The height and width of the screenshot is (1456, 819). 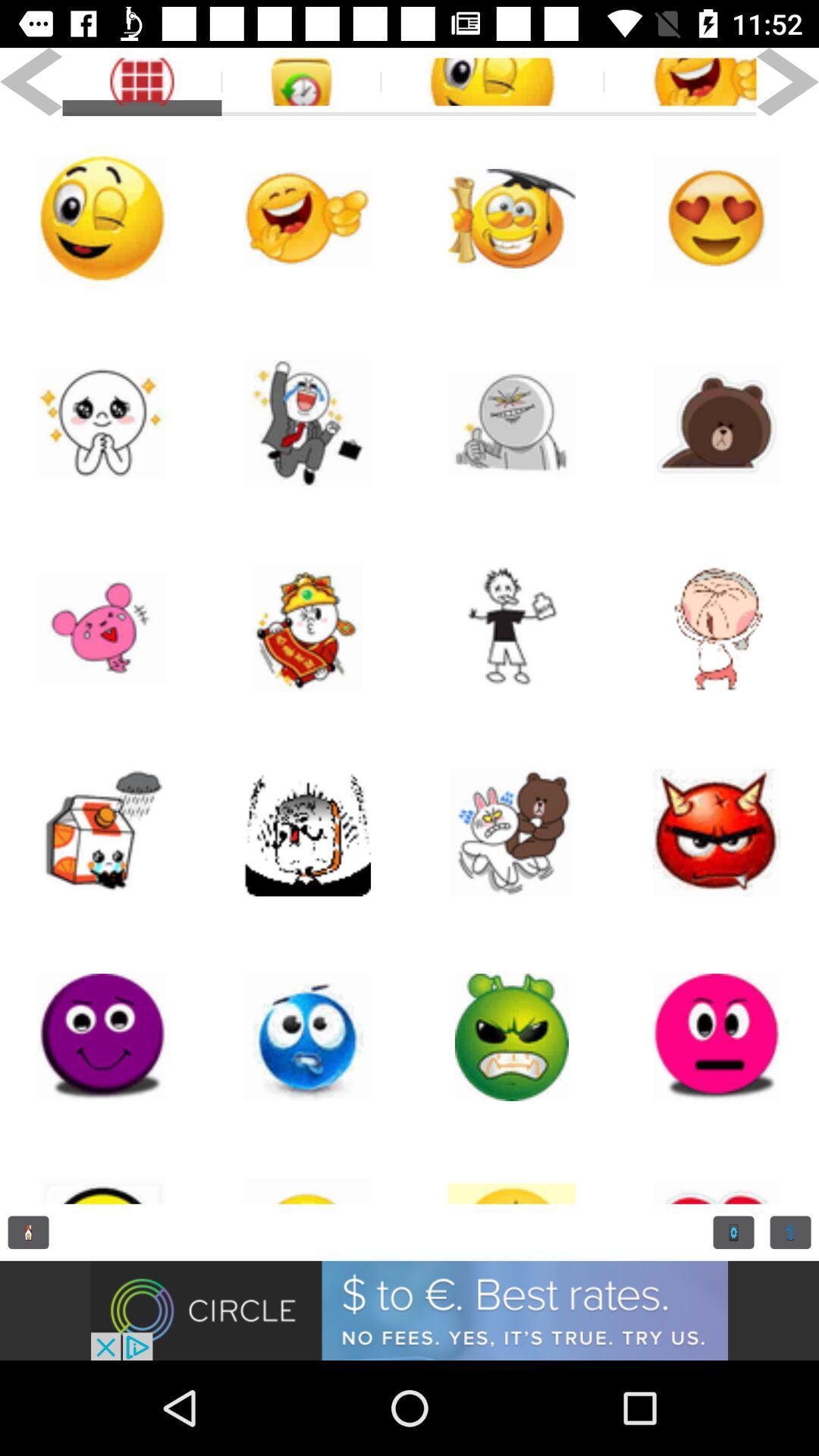 I want to click on funny simbol, so click(x=492, y=81).